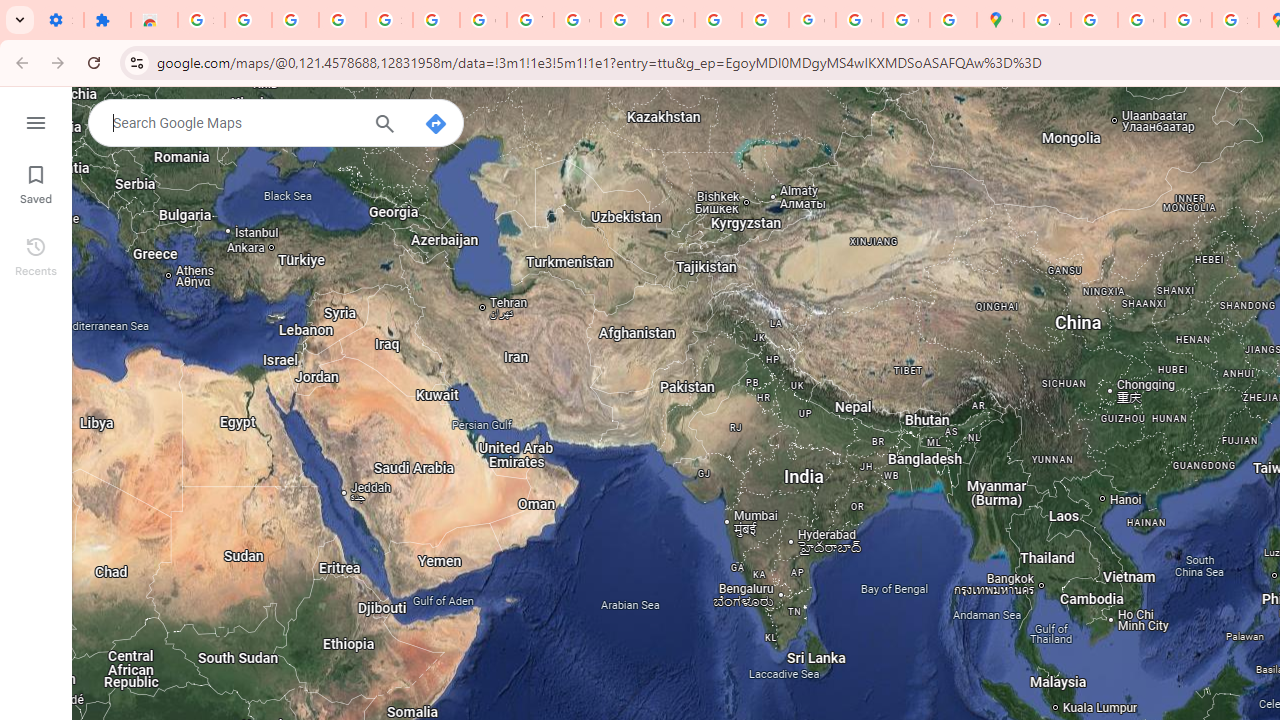  I want to click on 'Create your Google Account', so click(1141, 20).